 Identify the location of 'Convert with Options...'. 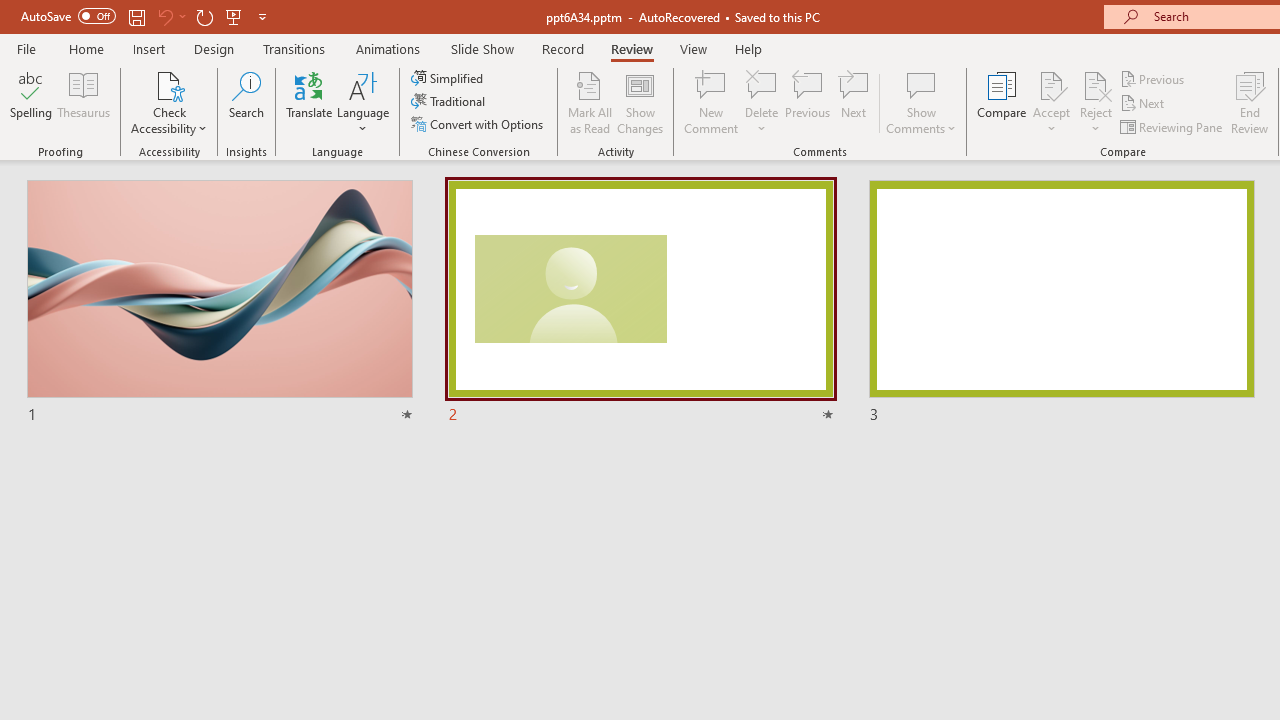
(478, 124).